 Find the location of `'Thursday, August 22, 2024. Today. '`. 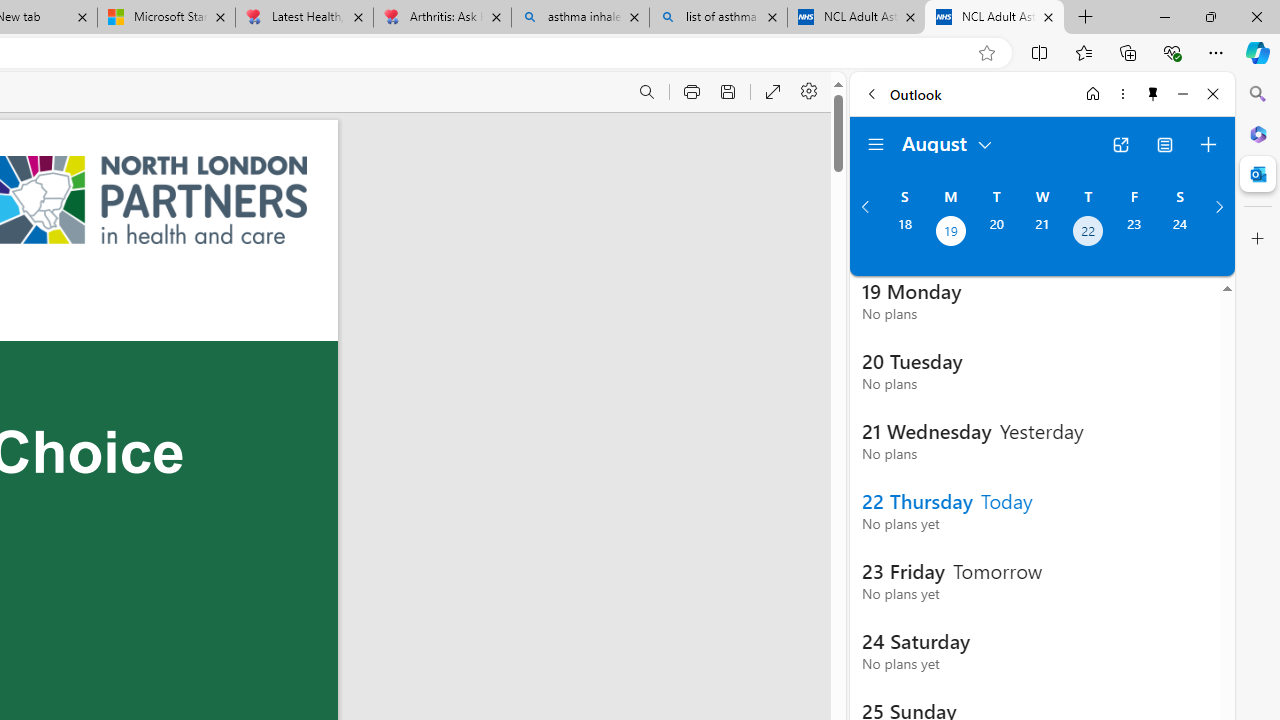

'Thursday, August 22, 2024. Today. ' is located at coordinates (1087, 232).